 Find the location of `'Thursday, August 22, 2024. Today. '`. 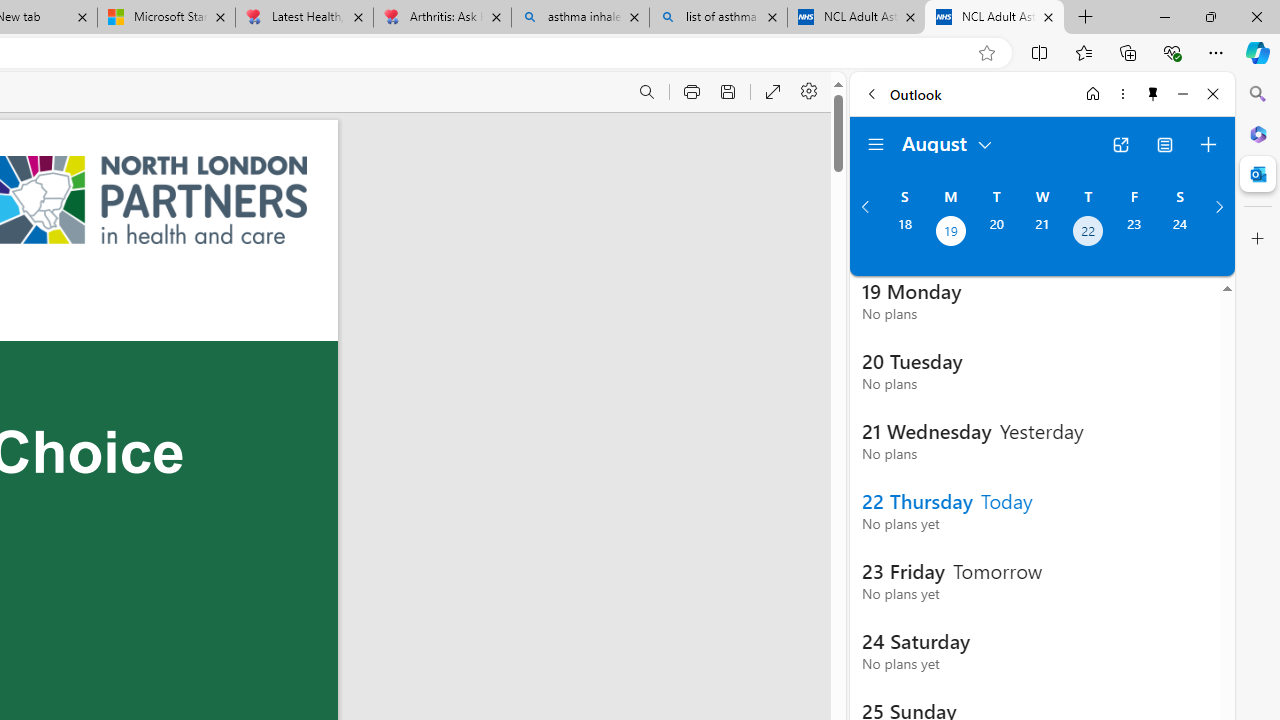

'Thursday, August 22, 2024. Today. ' is located at coordinates (1087, 232).